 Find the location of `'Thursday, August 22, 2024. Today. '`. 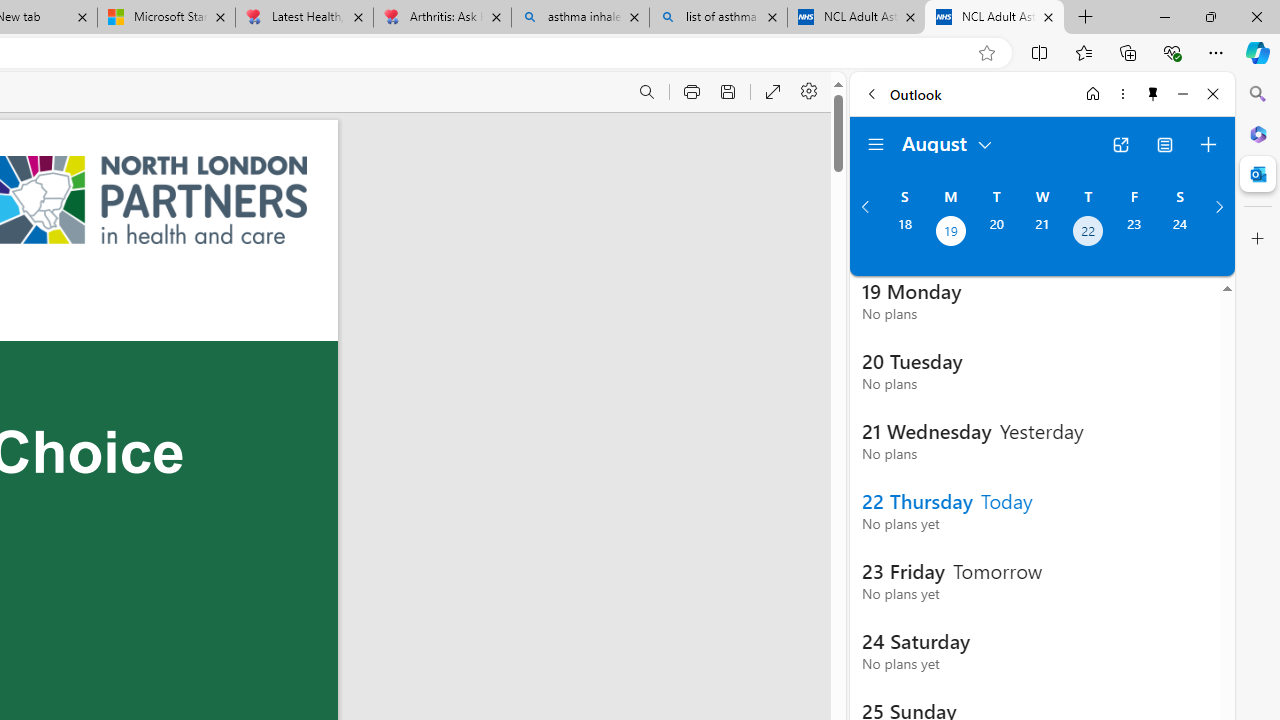

'Thursday, August 22, 2024. Today. ' is located at coordinates (1087, 232).